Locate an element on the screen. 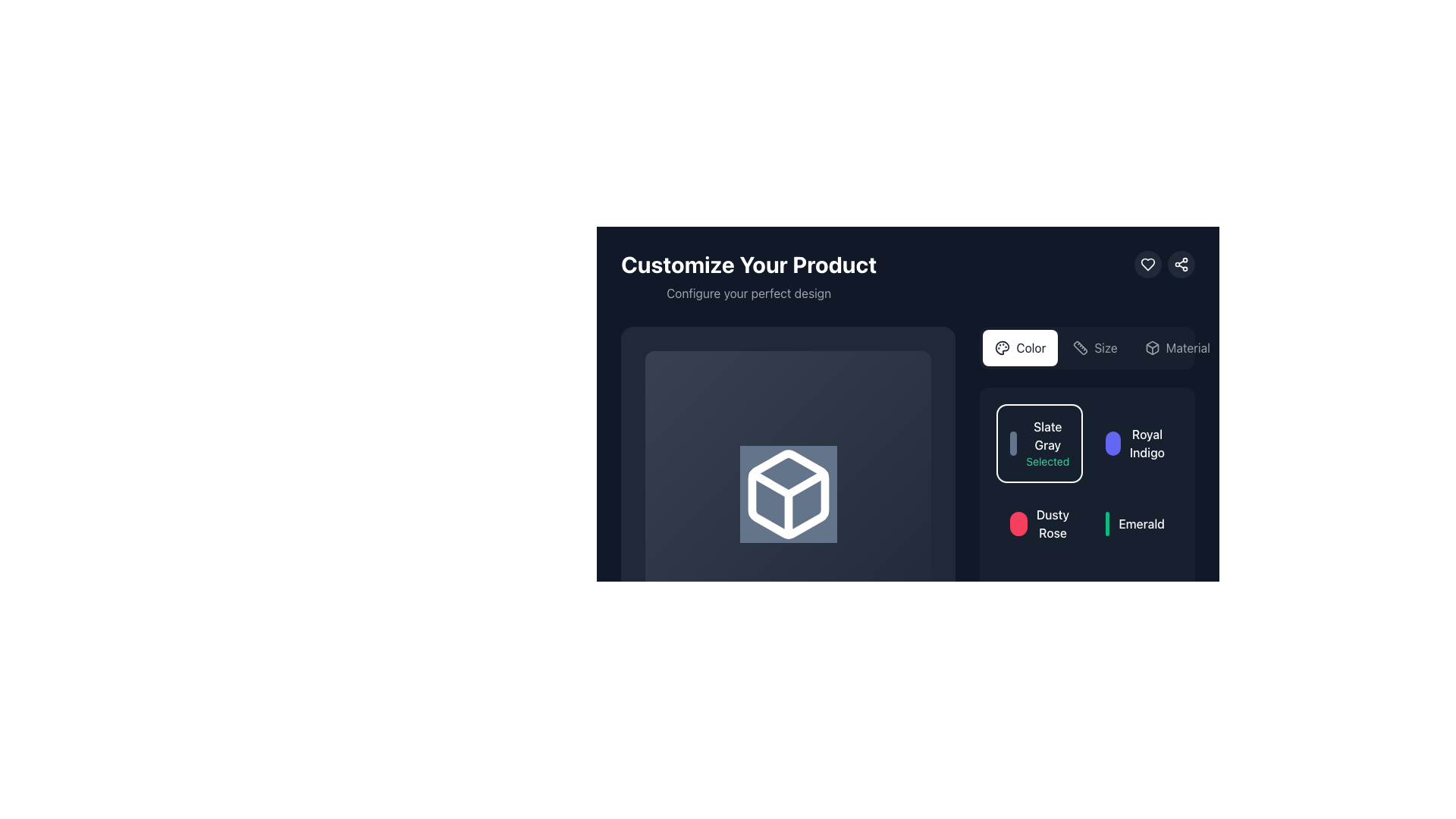  the text label indicating the color name 'Emerald' is located at coordinates (1141, 522).